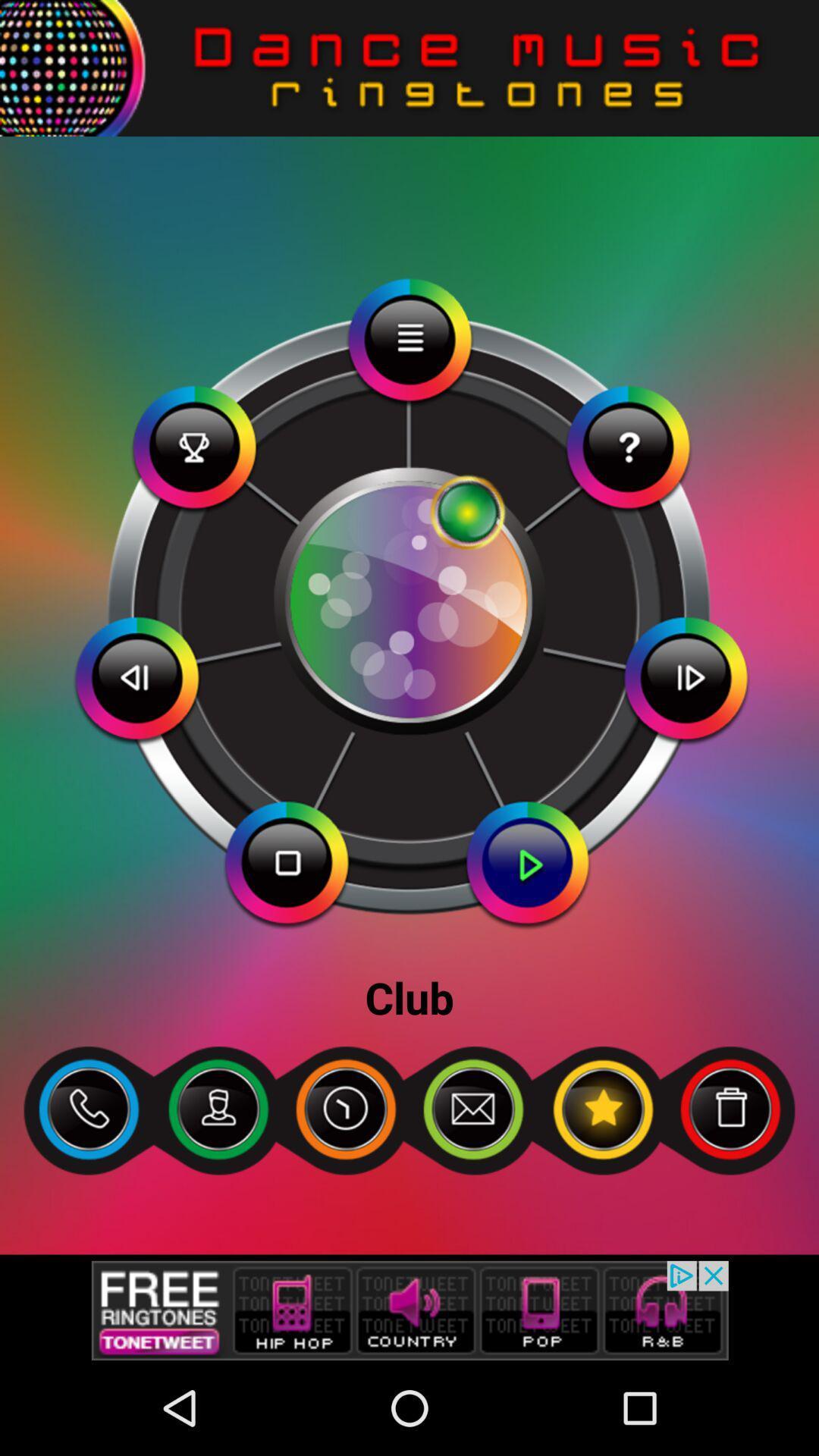  Describe the element at coordinates (472, 1188) in the screenshot. I see `the email icon` at that location.